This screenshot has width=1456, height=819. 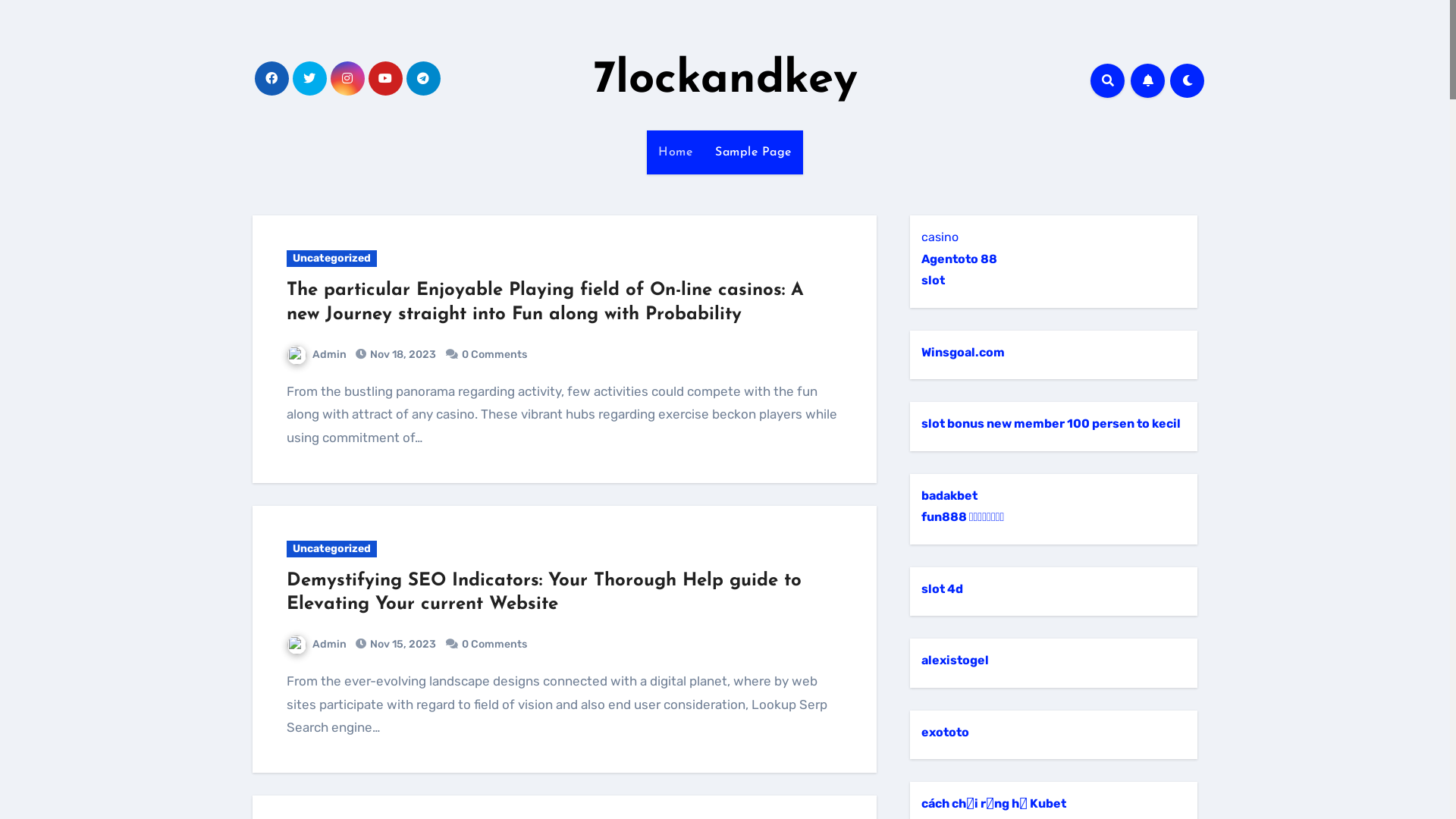 I want to click on 'Home', so click(x=647, y=152).